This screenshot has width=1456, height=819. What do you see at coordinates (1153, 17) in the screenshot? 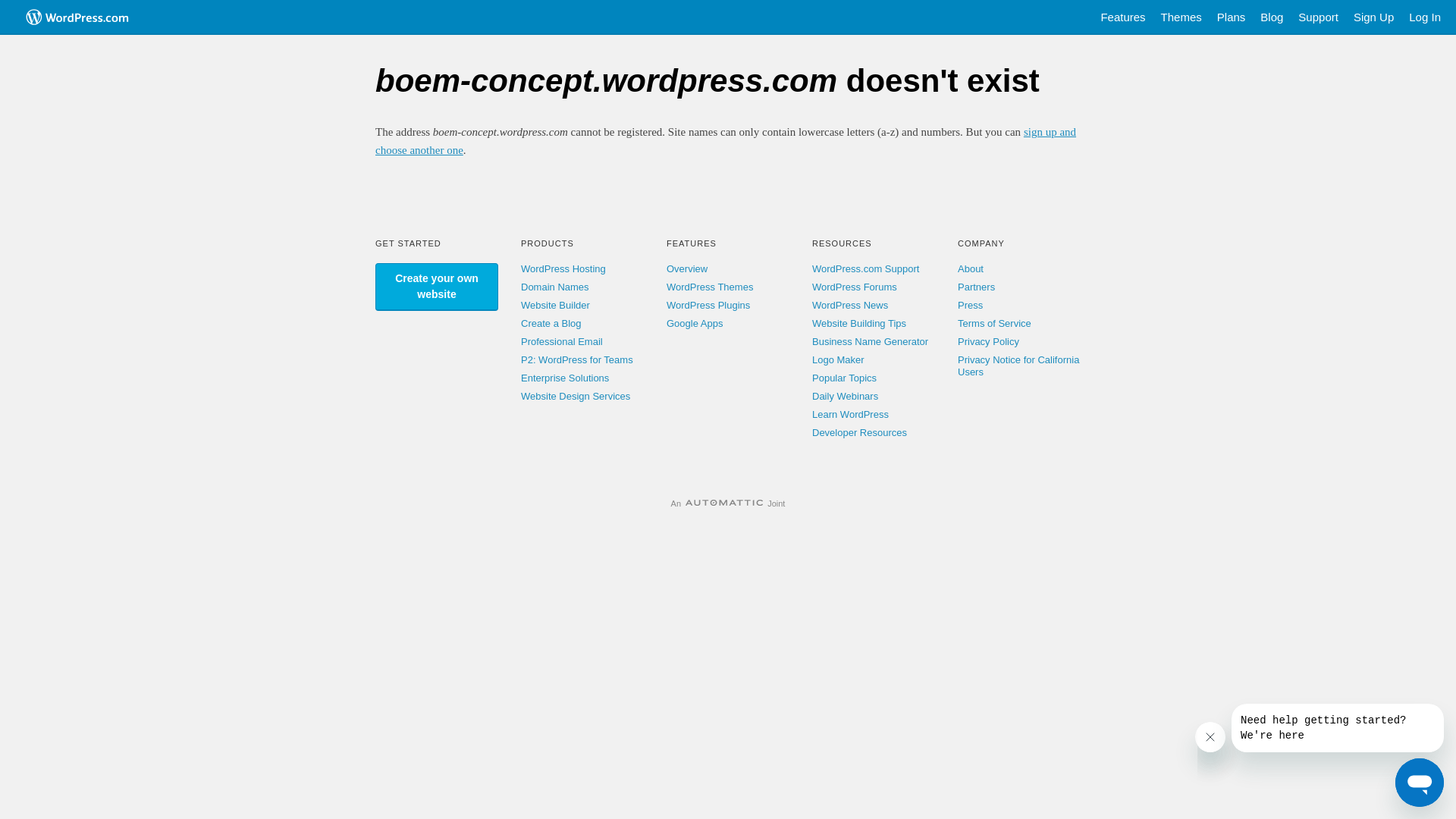
I see `'Themes'` at bounding box center [1153, 17].